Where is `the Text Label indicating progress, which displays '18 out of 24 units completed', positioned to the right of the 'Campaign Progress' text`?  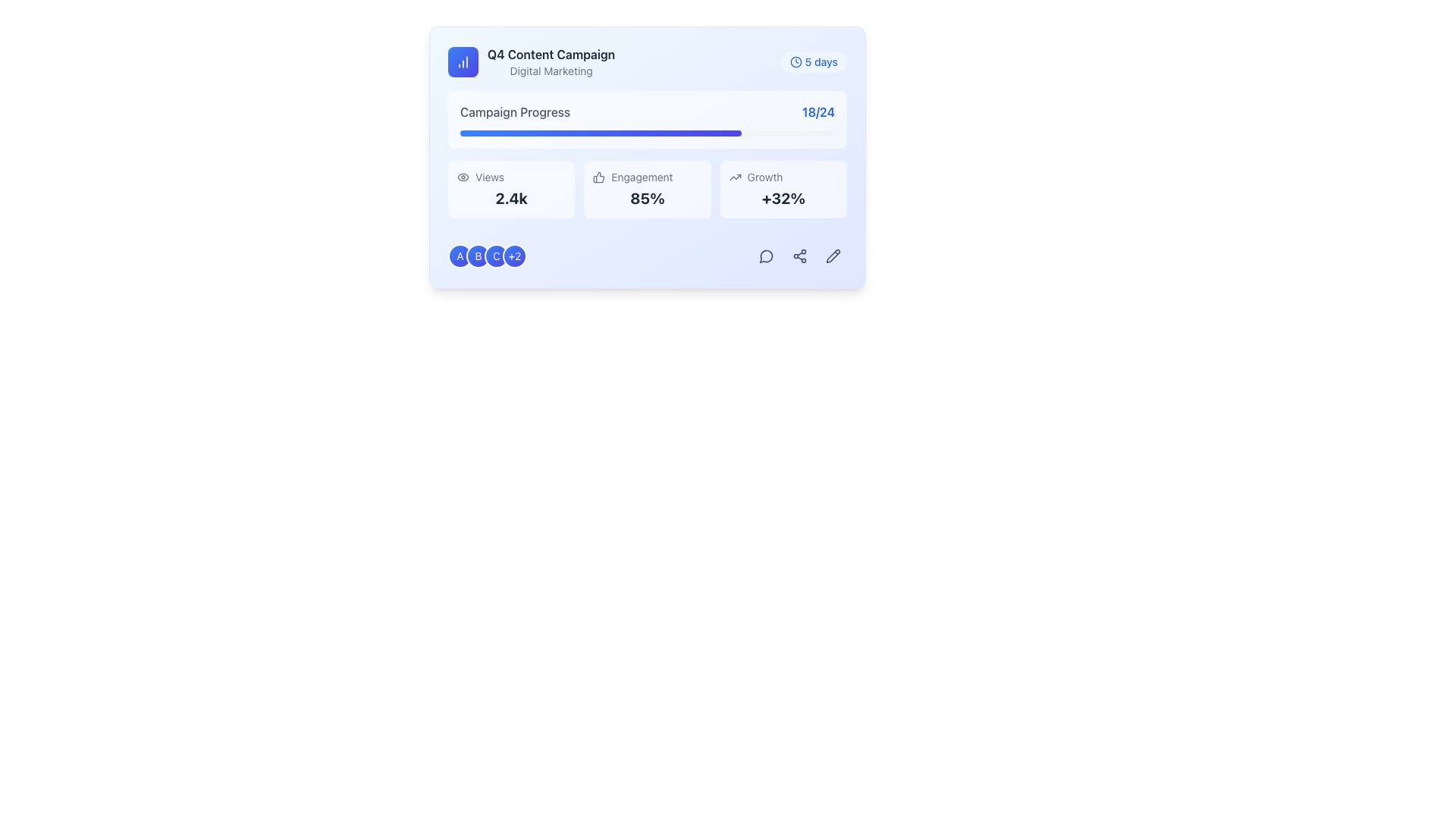 the Text Label indicating progress, which displays '18 out of 24 units completed', positioned to the right of the 'Campaign Progress' text is located at coordinates (817, 111).